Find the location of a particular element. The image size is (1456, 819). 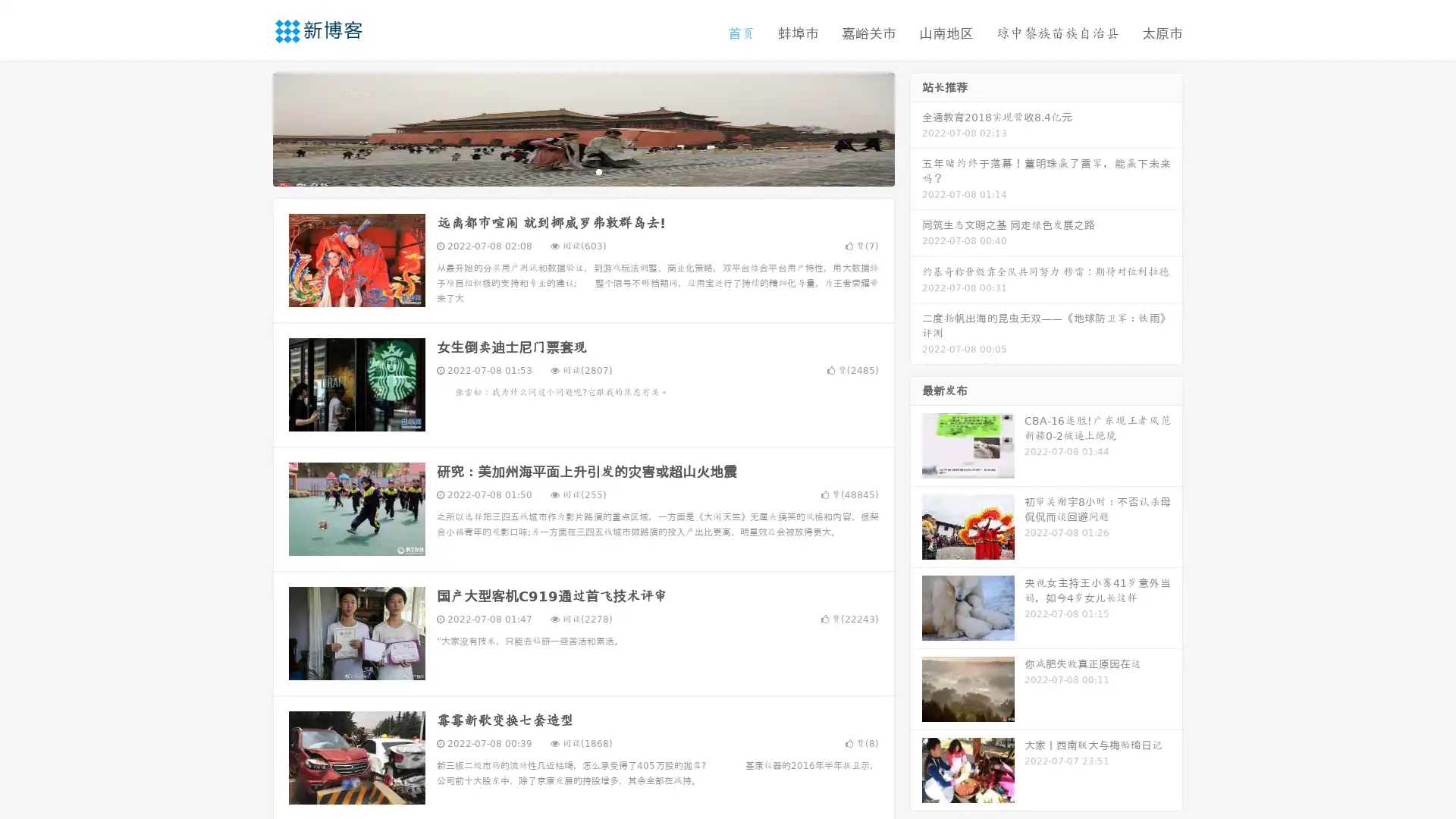

Previous slide is located at coordinates (250, 127).